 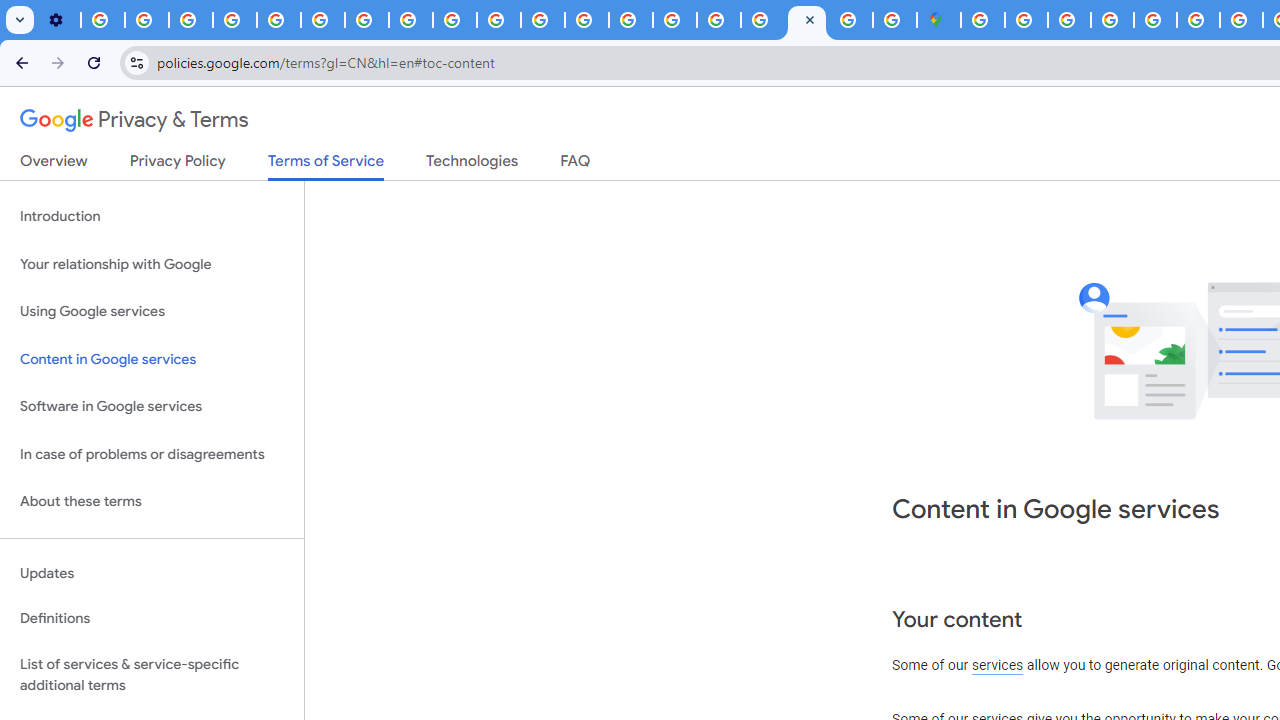 What do you see at coordinates (151, 675) in the screenshot?
I see `'List of services & service-specific additional terms'` at bounding box center [151, 675].